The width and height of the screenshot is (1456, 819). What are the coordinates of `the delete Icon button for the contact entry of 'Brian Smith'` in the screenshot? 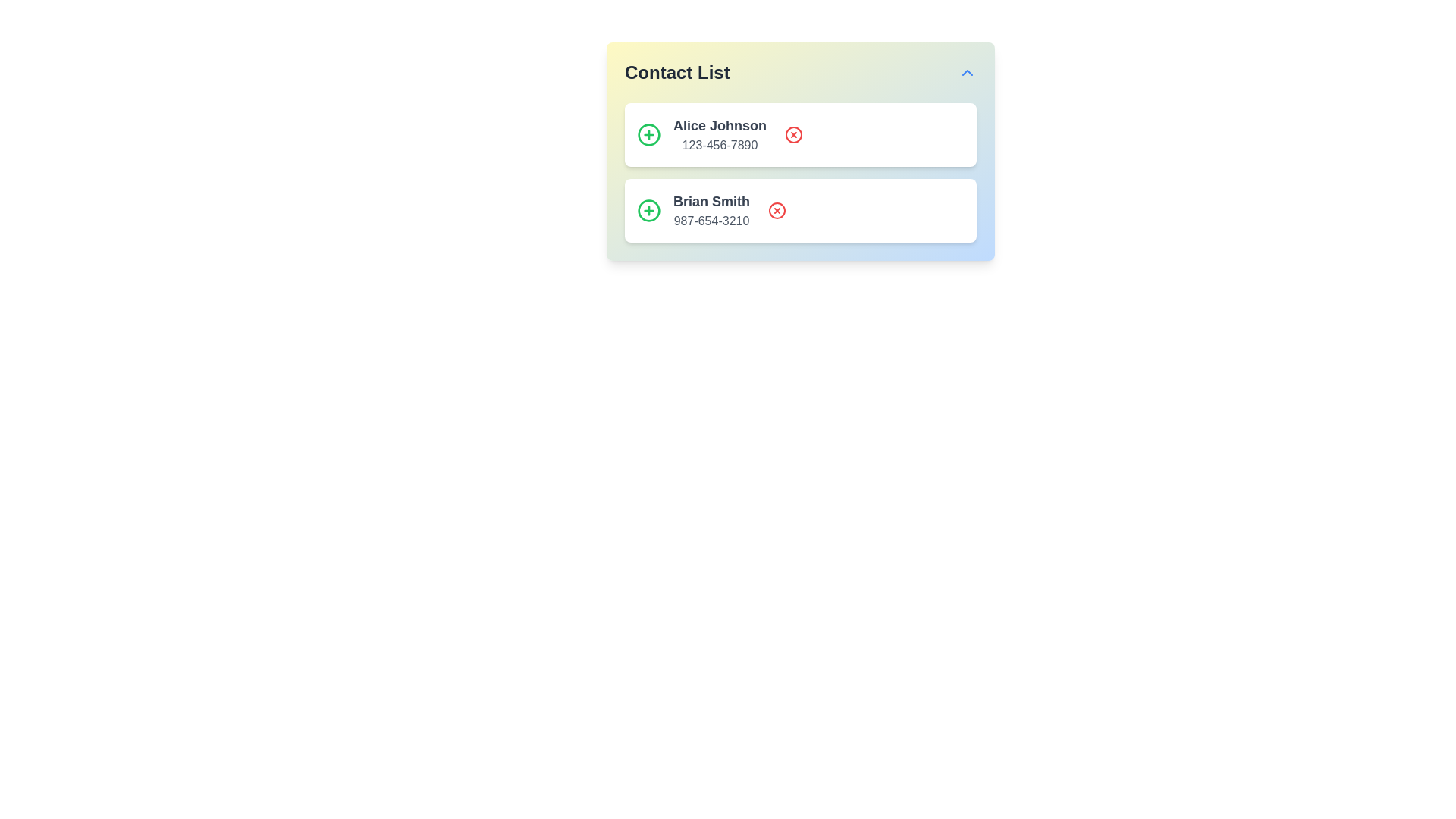 It's located at (777, 210).